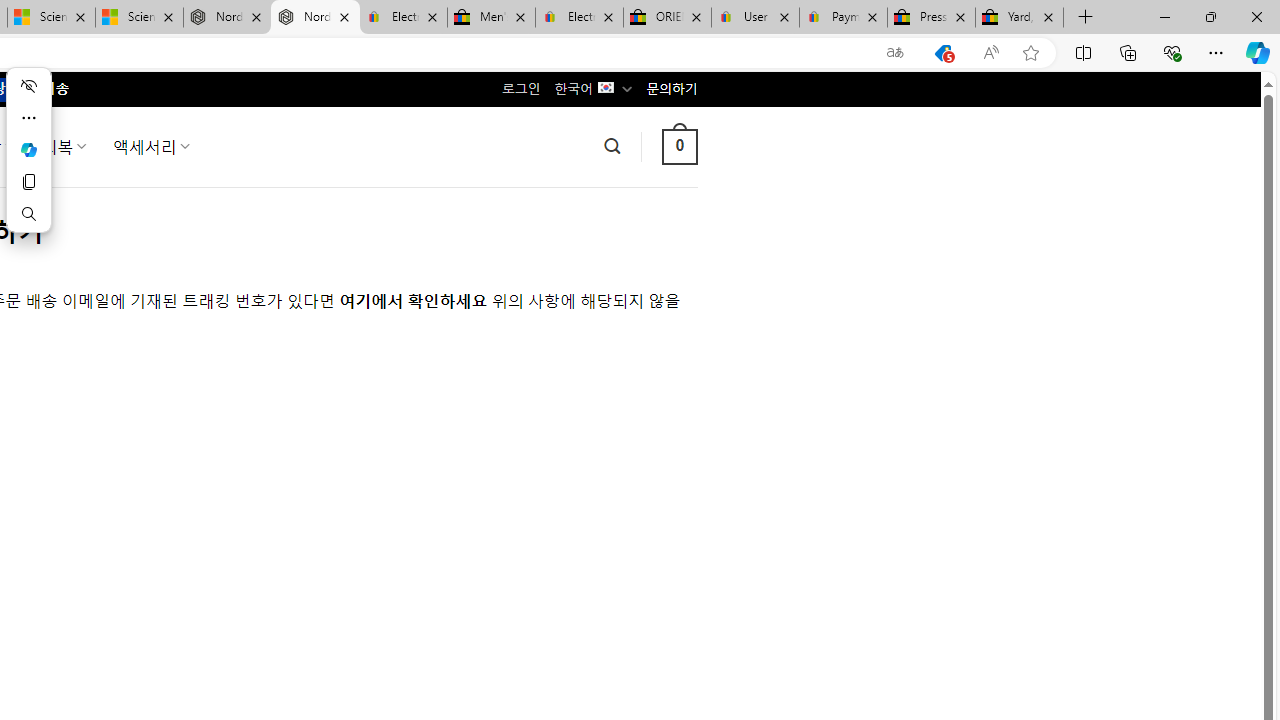 This screenshot has height=720, width=1280. Describe the element at coordinates (1164, 16) in the screenshot. I see `'Minimize'` at that location.